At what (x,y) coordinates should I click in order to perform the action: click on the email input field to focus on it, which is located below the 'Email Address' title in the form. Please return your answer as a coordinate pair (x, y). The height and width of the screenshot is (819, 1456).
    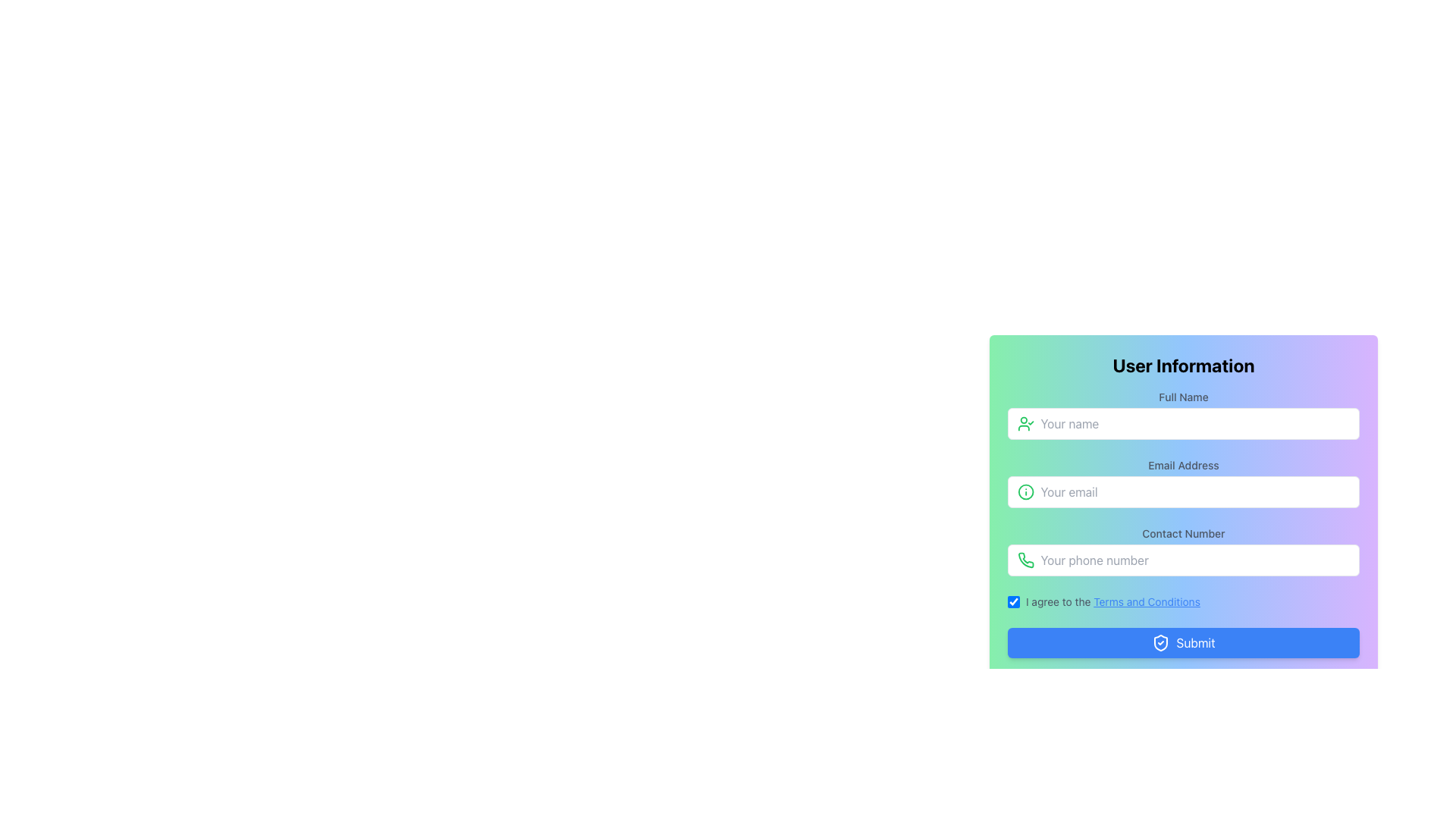
    Looking at the image, I should click on (1194, 491).